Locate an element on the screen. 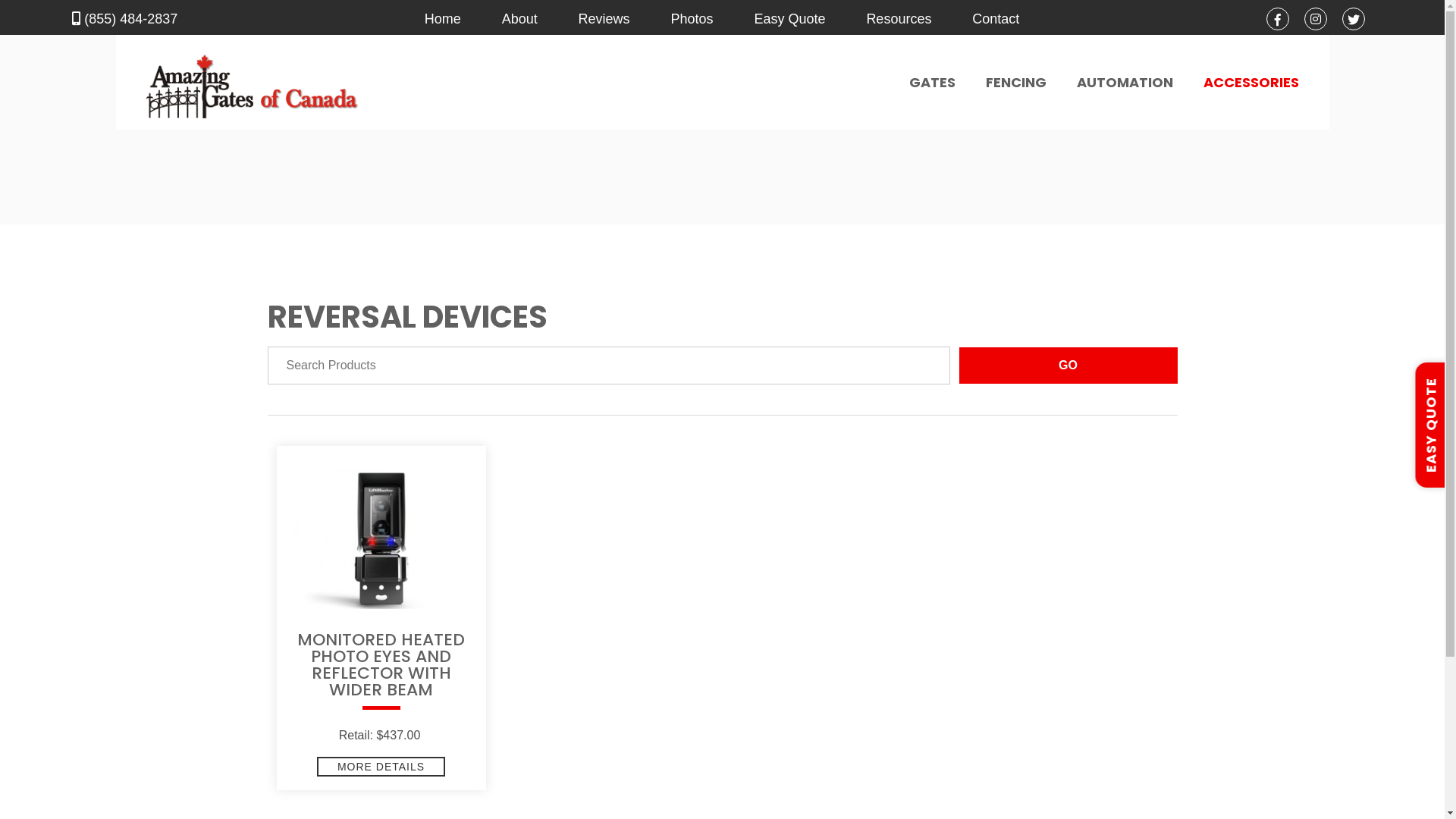 The height and width of the screenshot is (819, 1456). 'MORE DETAILS' is located at coordinates (381, 766).